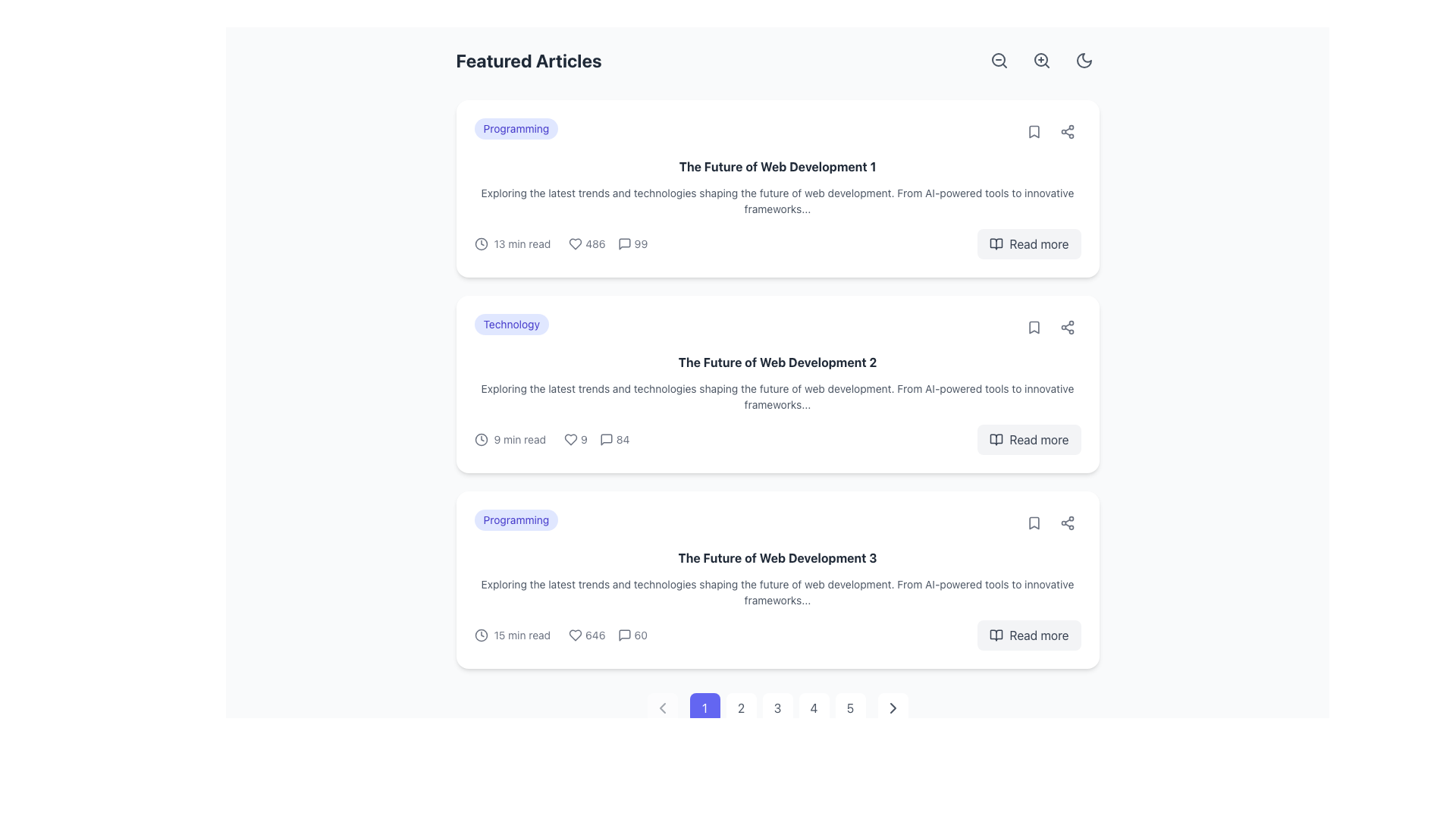  What do you see at coordinates (512, 635) in the screenshot?
I see `estimated reading time text displayed in the Icon-text label located in the bottom section of the third article in the 'Featured Articles' section` at bounding box center [512, 635].